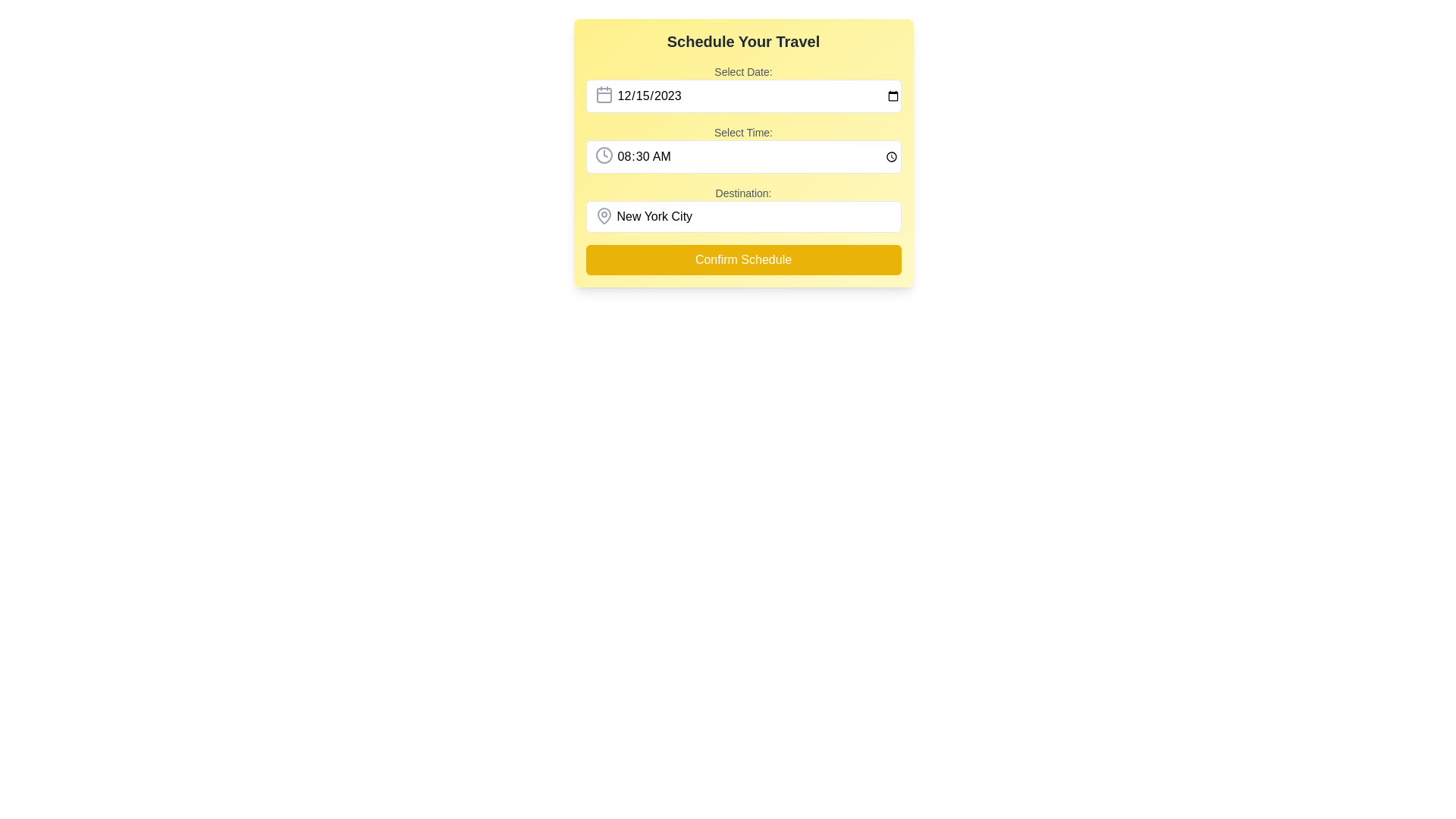  What do you see at coordinates (603, 155) in the screenshot?
I see `the clock icon that indicates the time input field in the 'Select Time' section, located to the left of the input displaying '08:30 AM'` at bounding box center [603, 155].